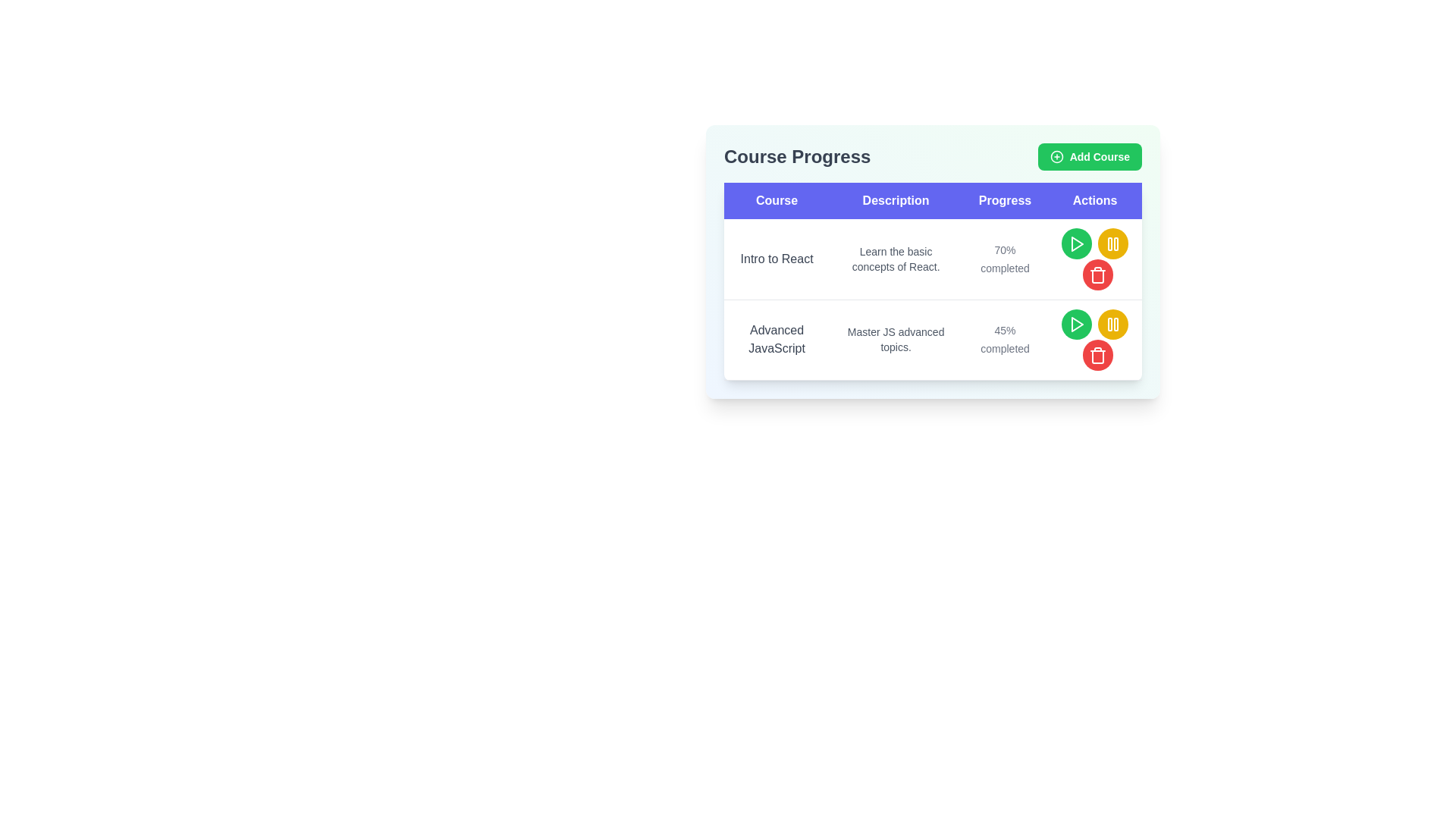  What do you see at coordinates (1005, 259) in the screenshot?
I see `the Progress indicator for the 'Intro to React' course, located in the first row of the Progress column of the table` at bounding box center [1005, 259].